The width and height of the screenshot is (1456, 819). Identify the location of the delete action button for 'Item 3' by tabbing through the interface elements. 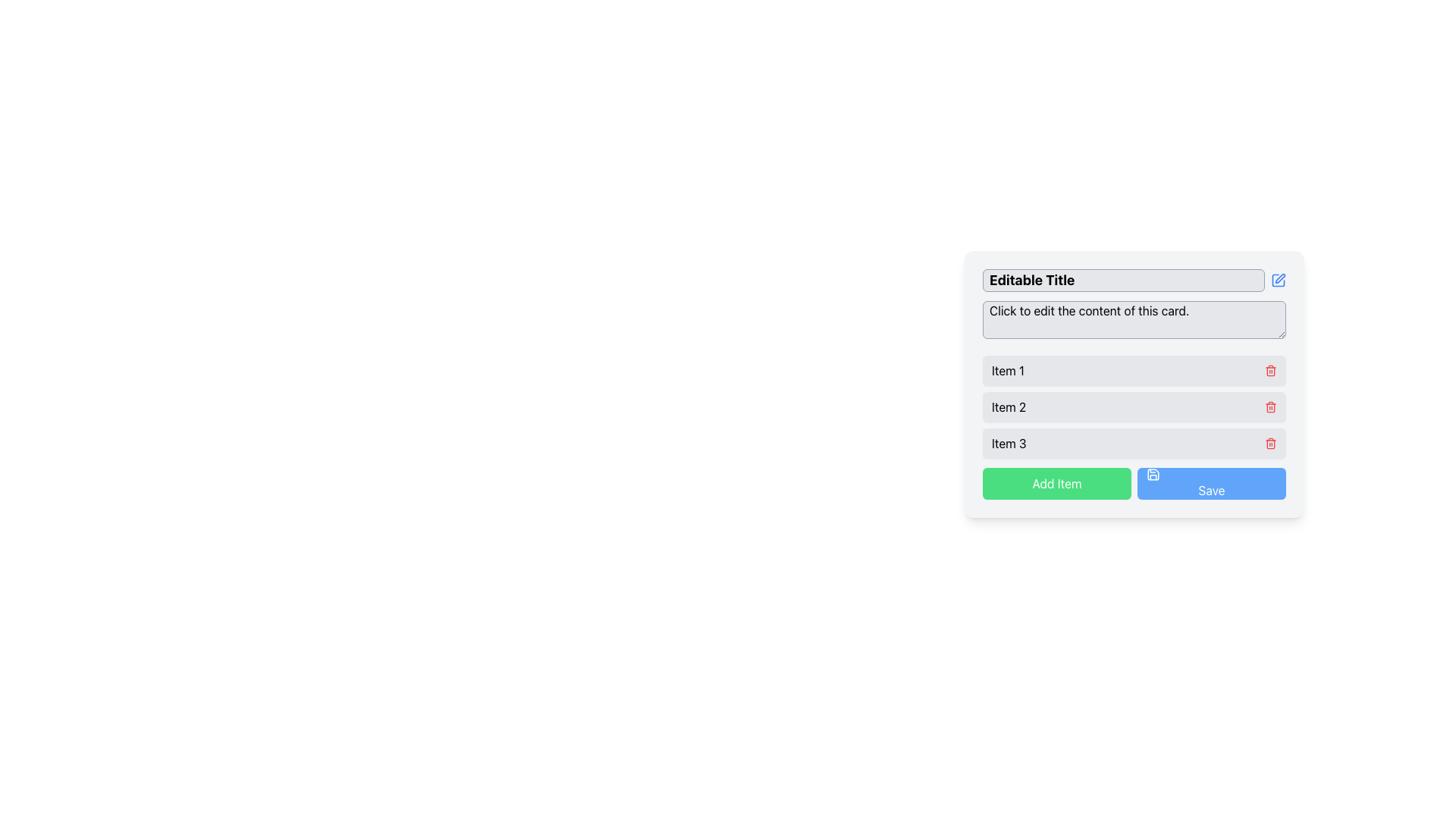
(1270, 444).